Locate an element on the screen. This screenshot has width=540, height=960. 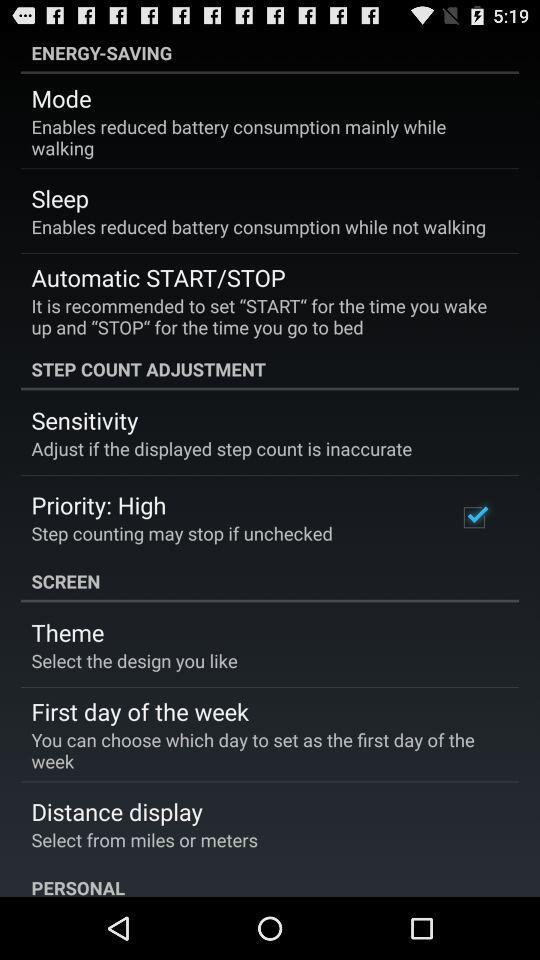
the theme item is located at coordinates (67, 631).